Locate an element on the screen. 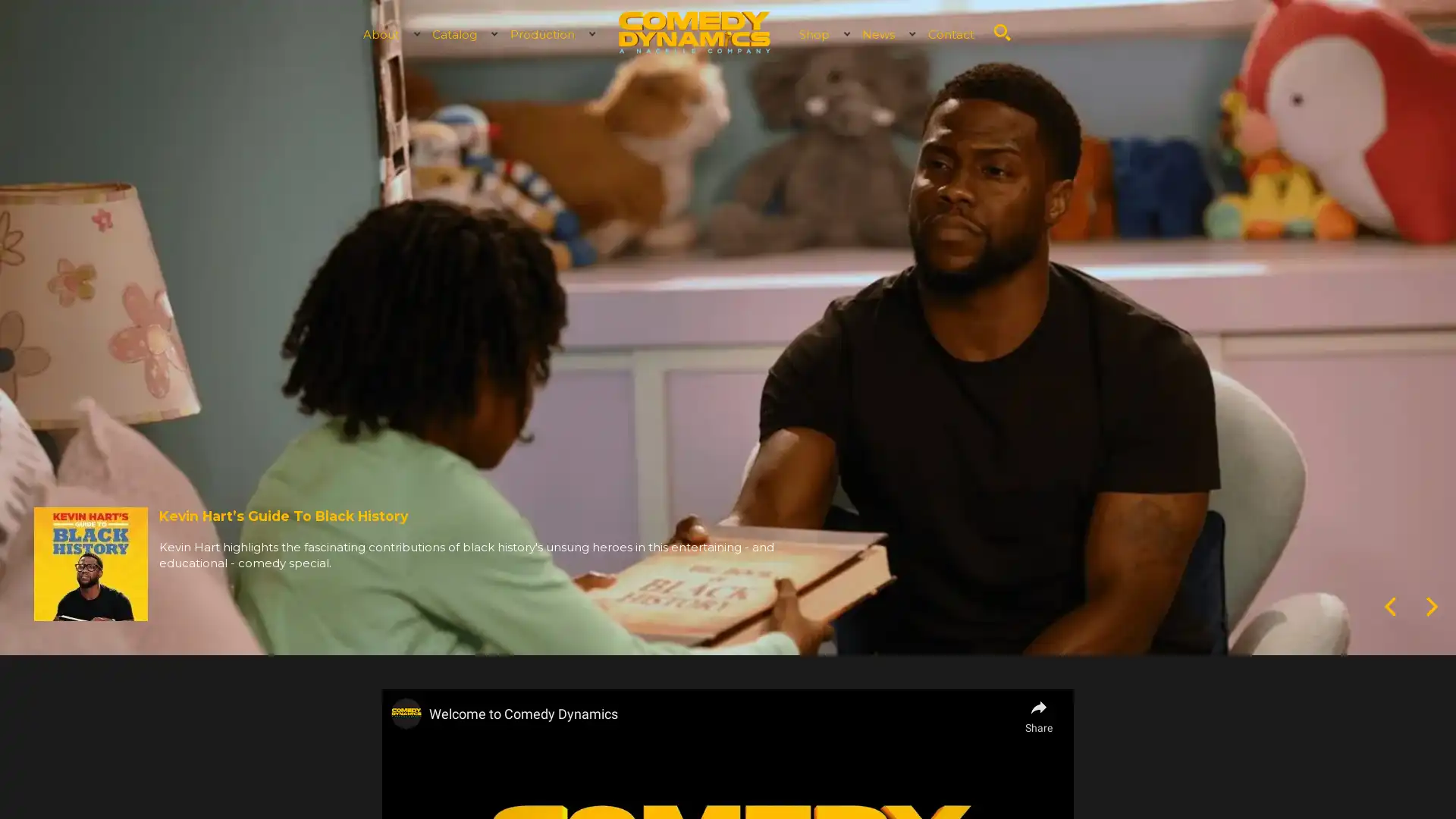 This screenshot has height=819, width=1456. Expand child menu is located at coordinates (494, 34).